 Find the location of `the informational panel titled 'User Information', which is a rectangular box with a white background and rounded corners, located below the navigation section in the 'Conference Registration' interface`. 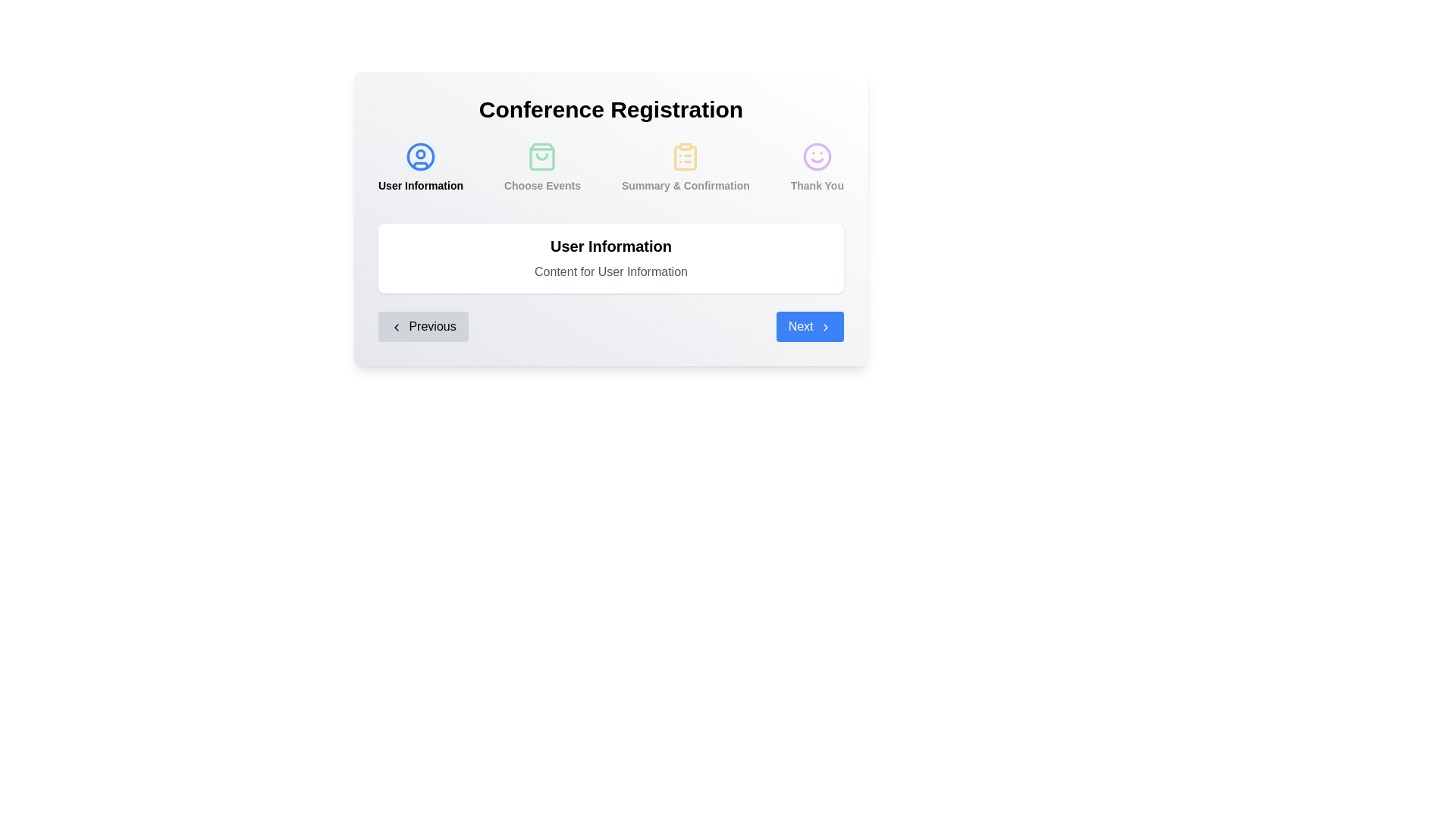

the informational panel titled 'User Information', which is a rectangular box with a white background and rounded corners, located below the navigation section in the 'Conference Registration' interface is located at coordinates (611, 257).